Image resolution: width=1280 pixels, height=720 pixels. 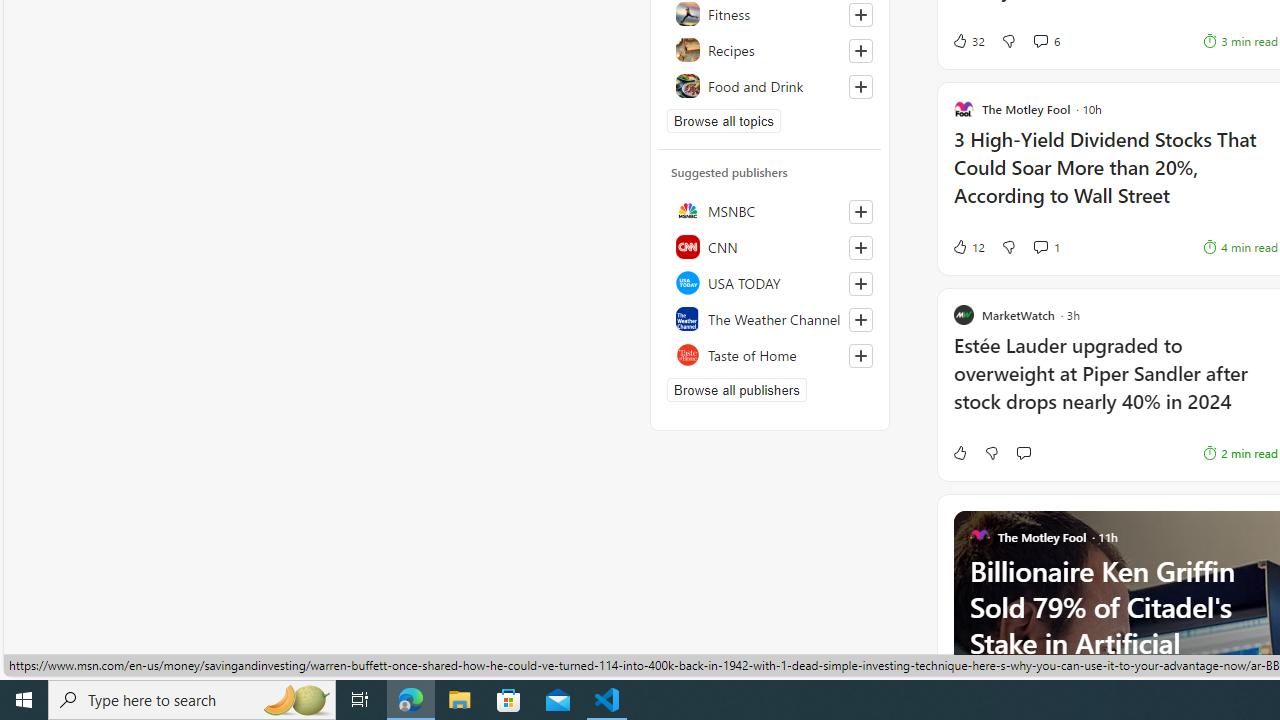 What do you see at coordinates (723, 120) in the screenshot?
I see `'Browse all topics'` at bounding box center [723, 120].